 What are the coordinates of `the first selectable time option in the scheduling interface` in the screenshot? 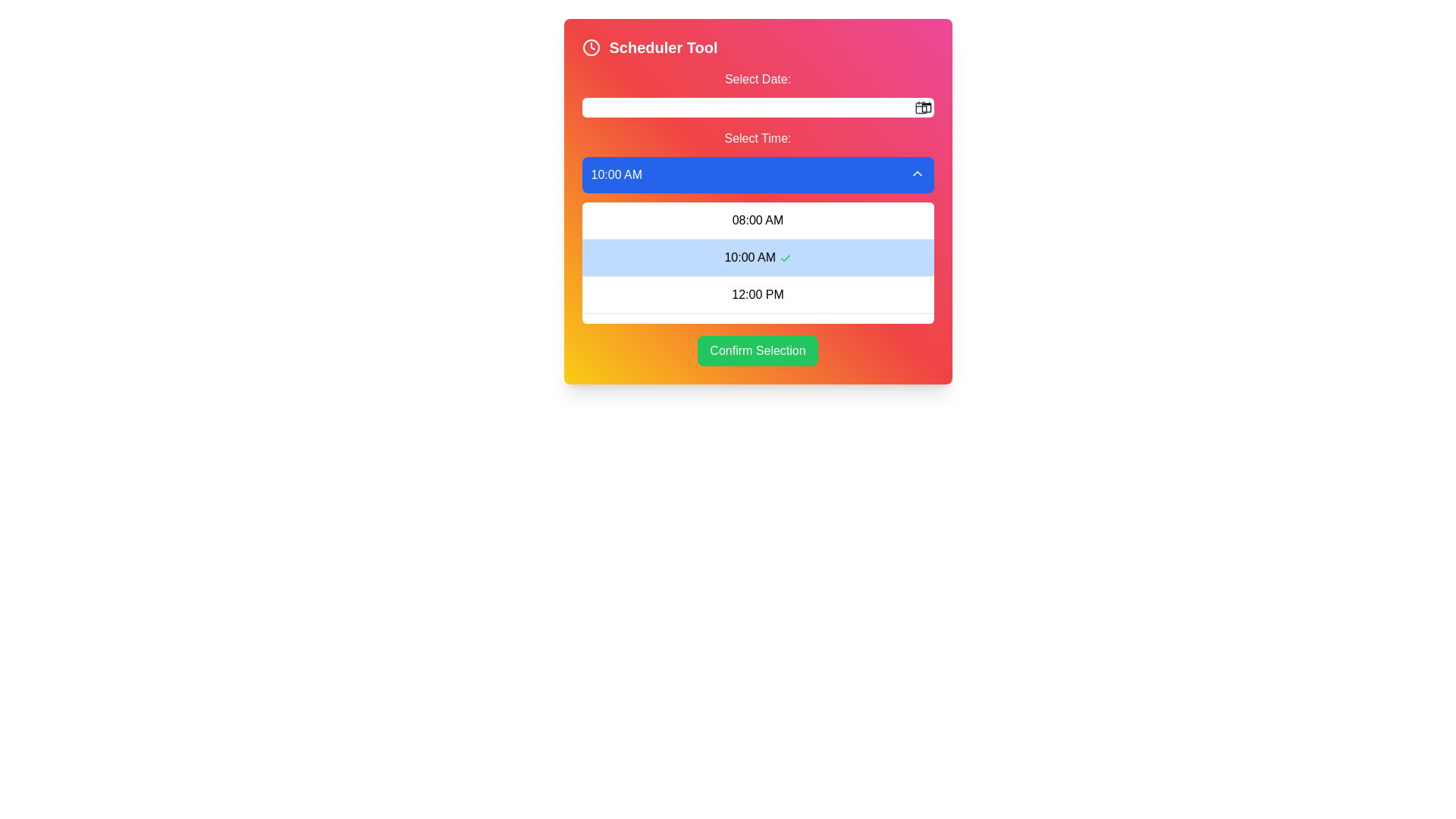 It's located at (758, 220).